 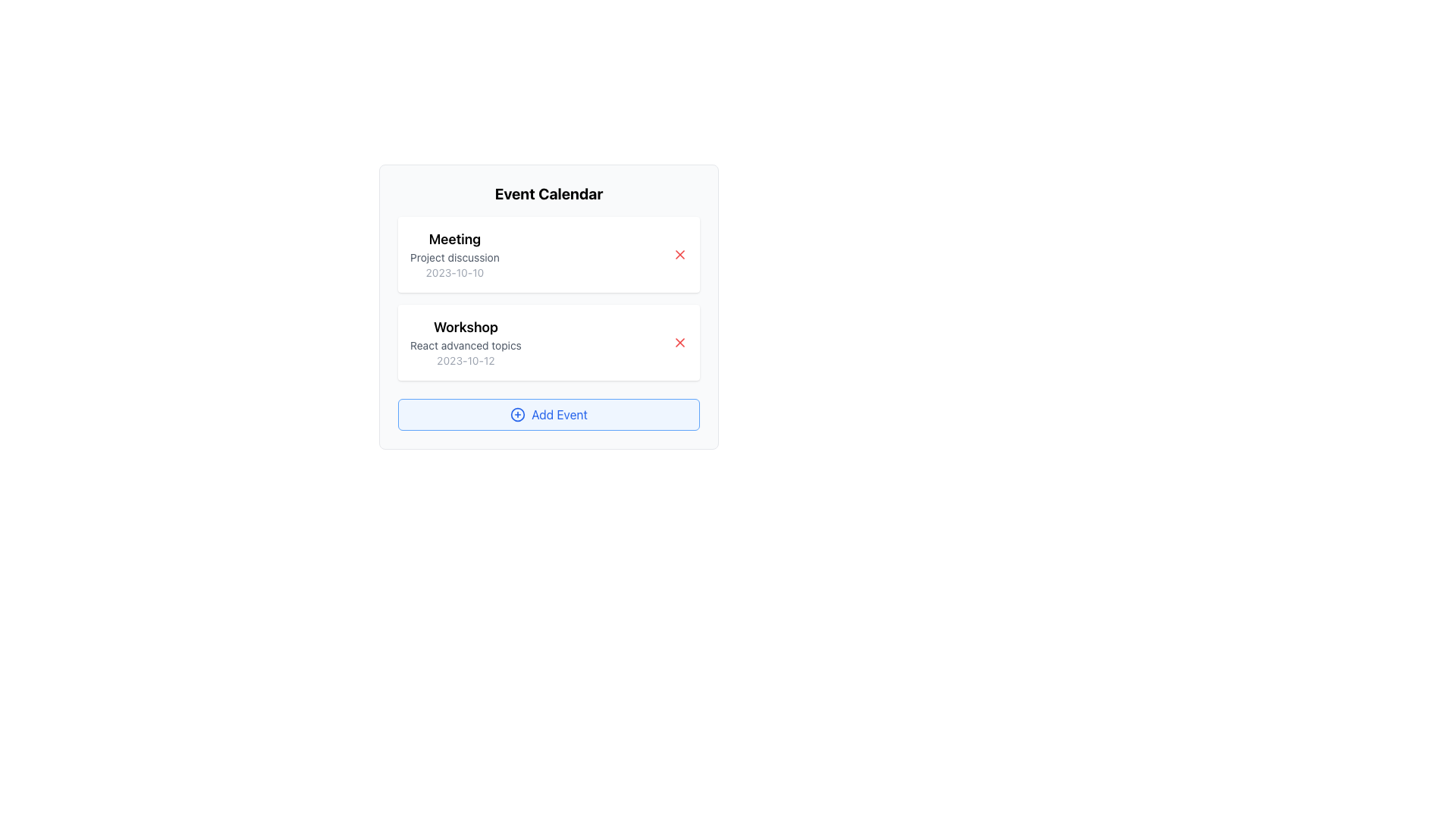 What do you see at coordinates (465, 360) in the screenshot?
I see `the date displayed in the Text label for the workshop event, which is centrally aligned and located below the 'React advanced topics' text in the Event Calendar` at bounding box center [465, 360].